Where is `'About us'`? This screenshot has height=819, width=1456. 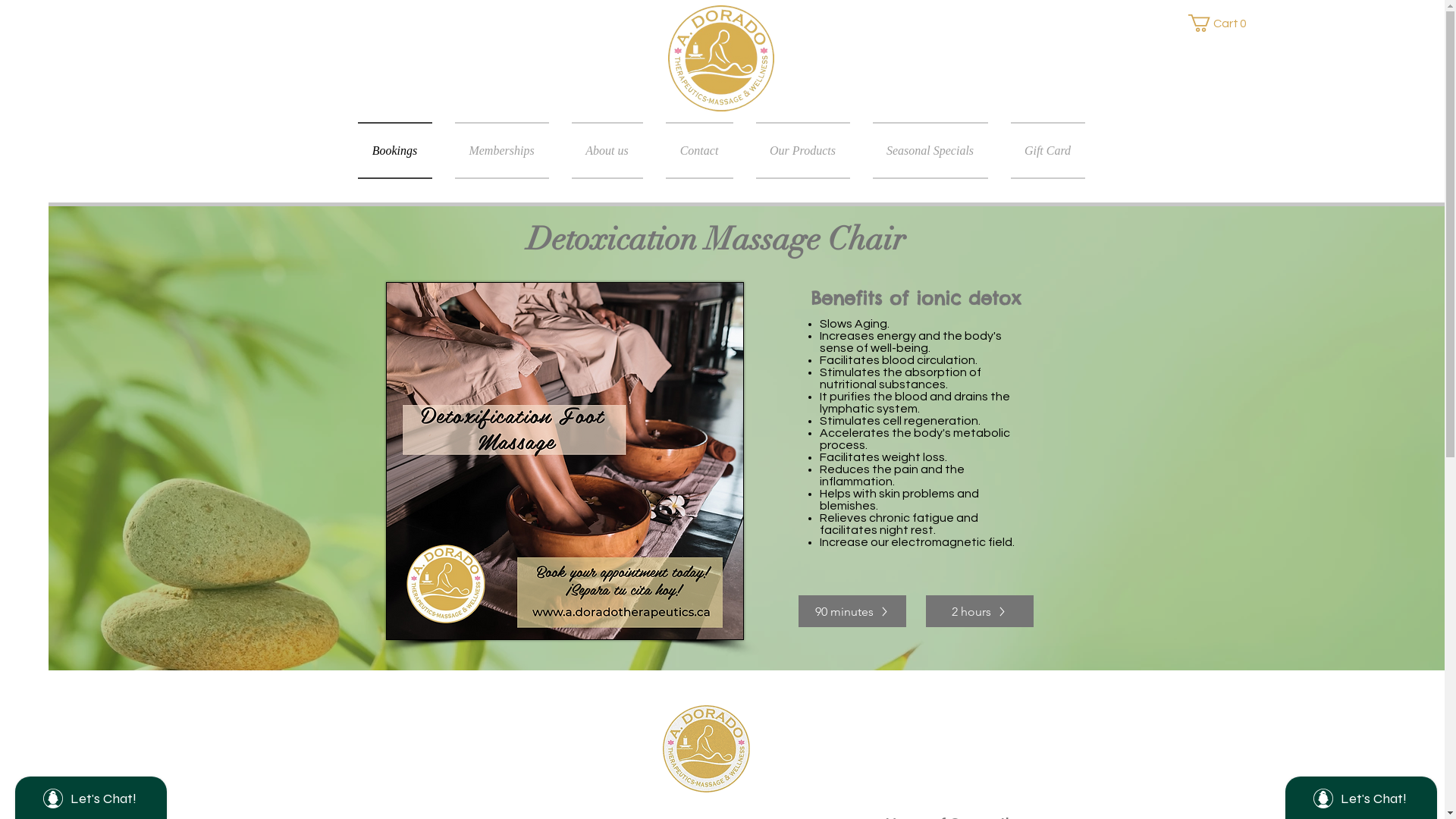
'About us' is located at coordinates (607, 150).